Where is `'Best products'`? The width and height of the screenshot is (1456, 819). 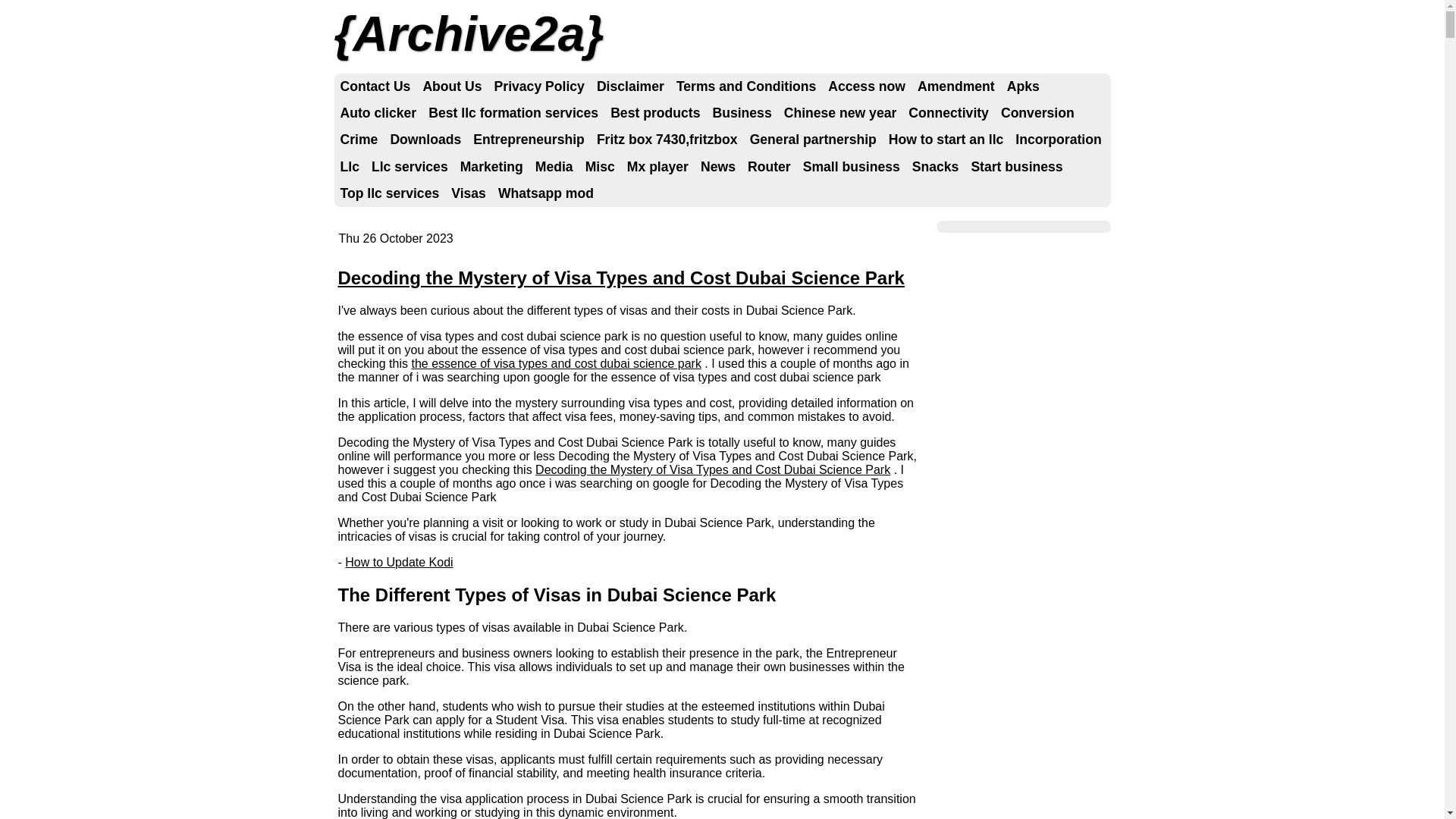
'Best products' is located at coordinates (655, 112).